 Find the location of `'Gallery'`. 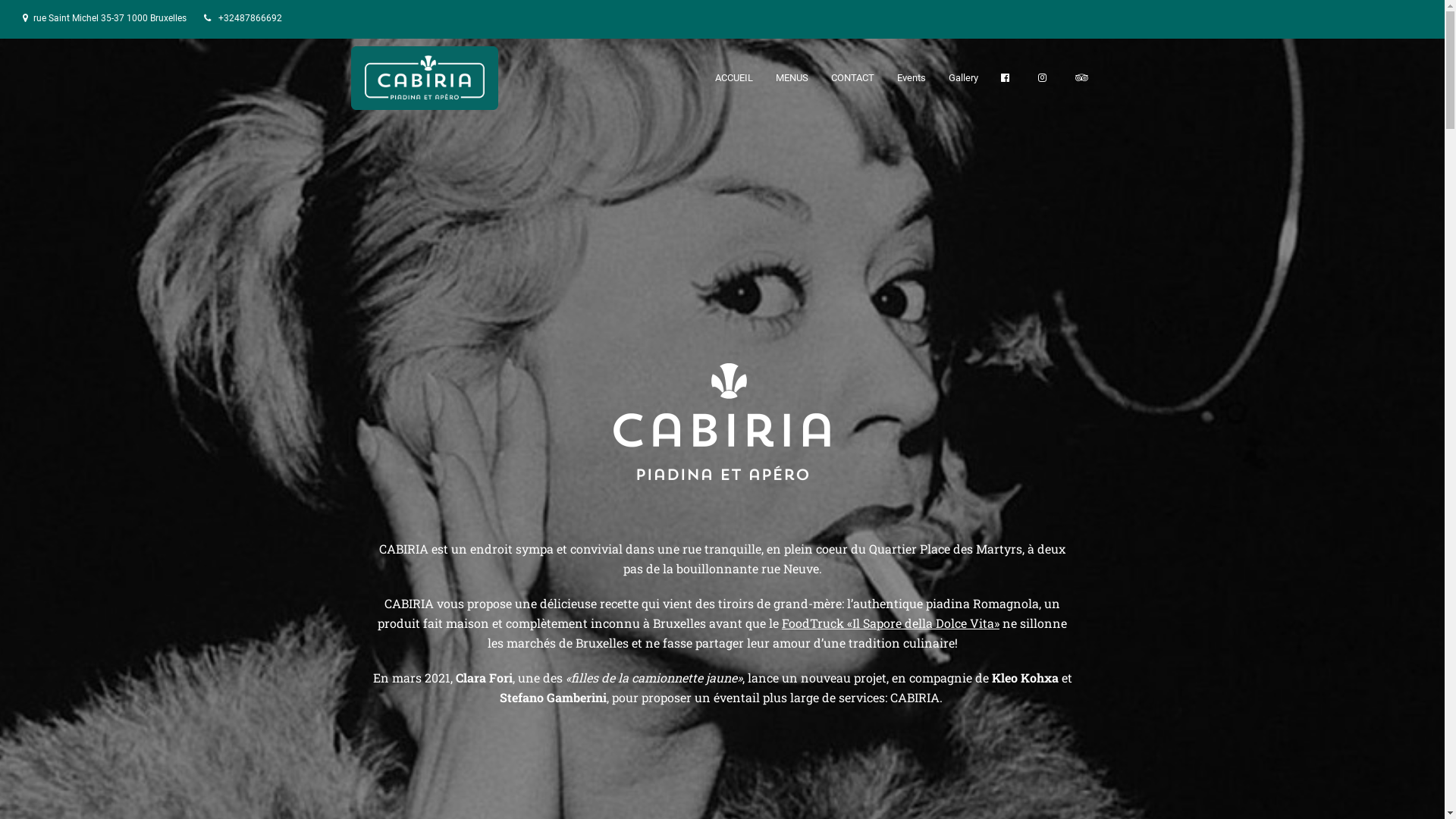

'Gallery' is located at coordinates (962, 78).